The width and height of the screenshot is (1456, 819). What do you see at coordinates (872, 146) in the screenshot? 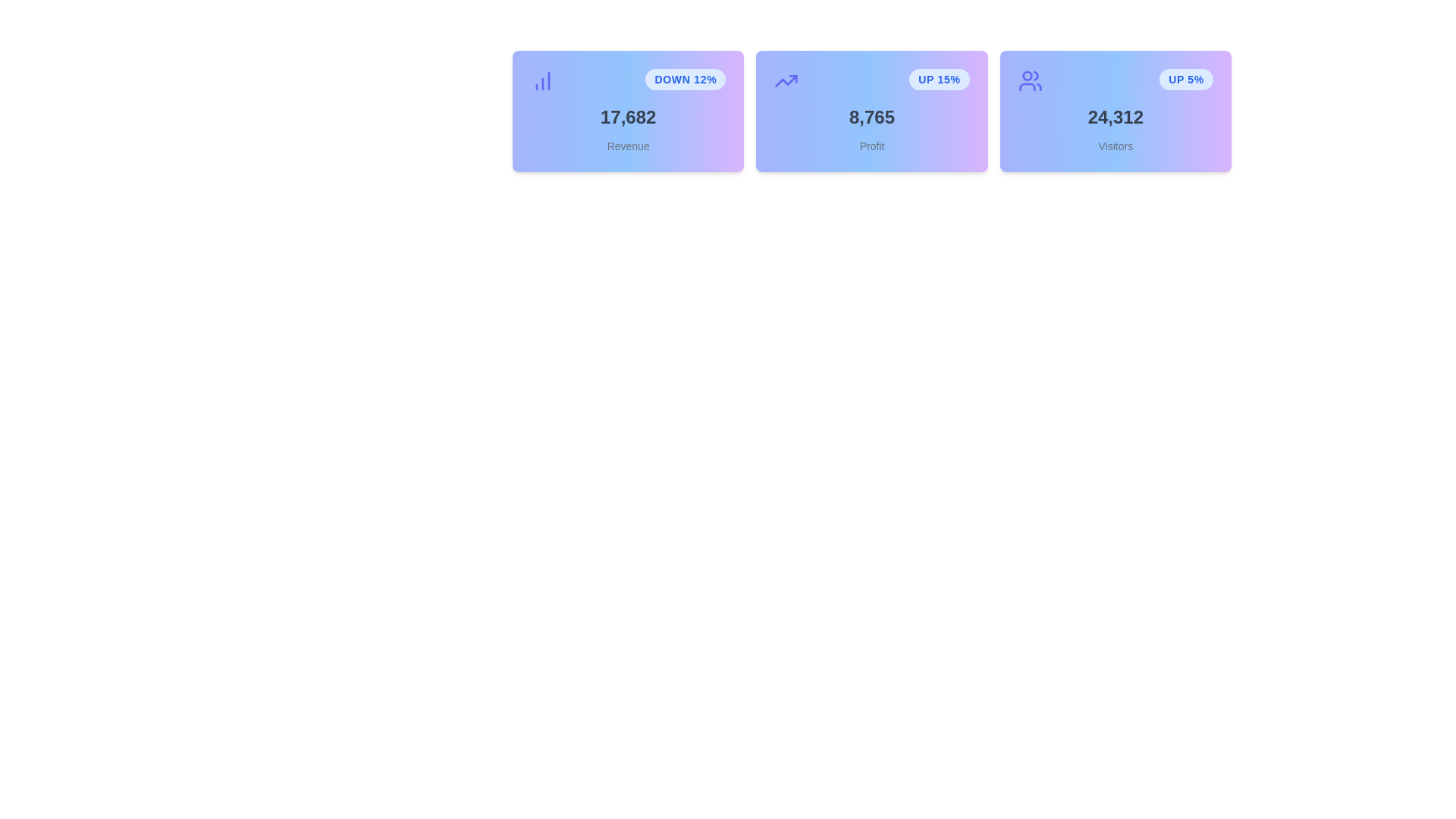
I see `the text label indicating profits, which is positioned below the numeric display '8,765' in the second card of a row of three cards` at bounding box center [872, 146].